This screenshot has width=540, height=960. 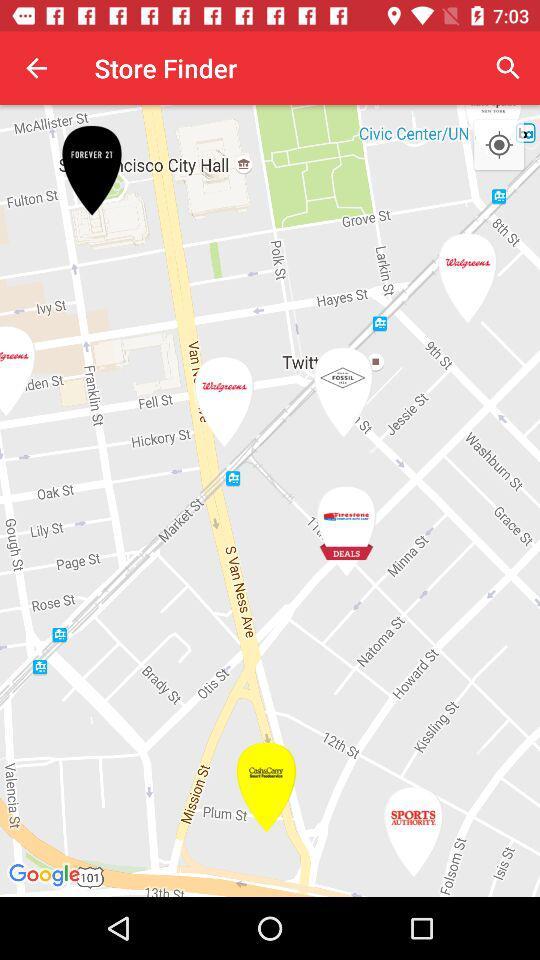 What do you see at coordinates (270, 500) in the screenshot?
I see `the item at the center` at bounding box center [270, 500].